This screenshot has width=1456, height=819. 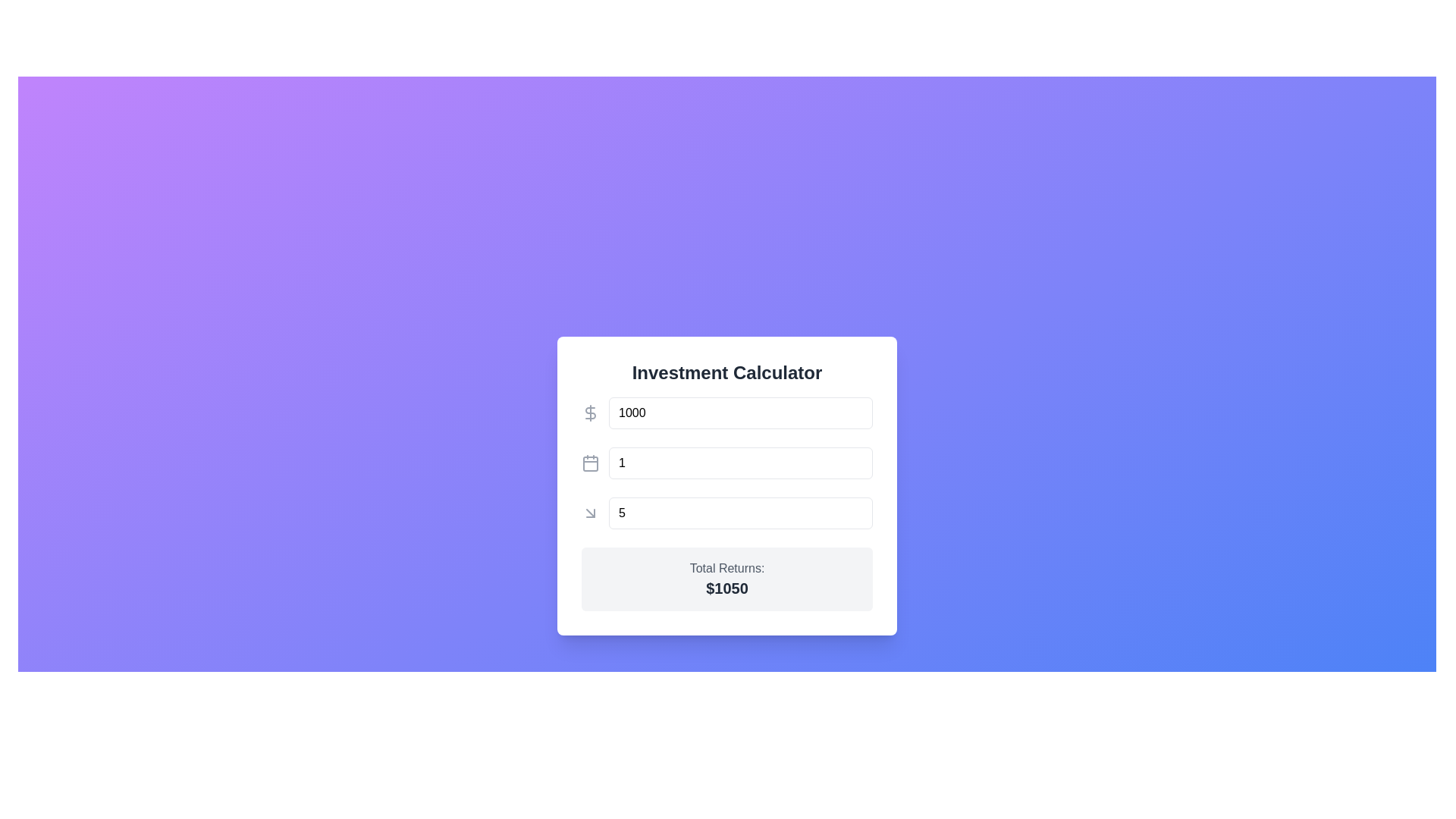 I want to click on the headline text labeled 'Investment Calculator', which is styled with large, bold, dark font and is centered at the top of the investment calculator form, so click(x=726, y=373).